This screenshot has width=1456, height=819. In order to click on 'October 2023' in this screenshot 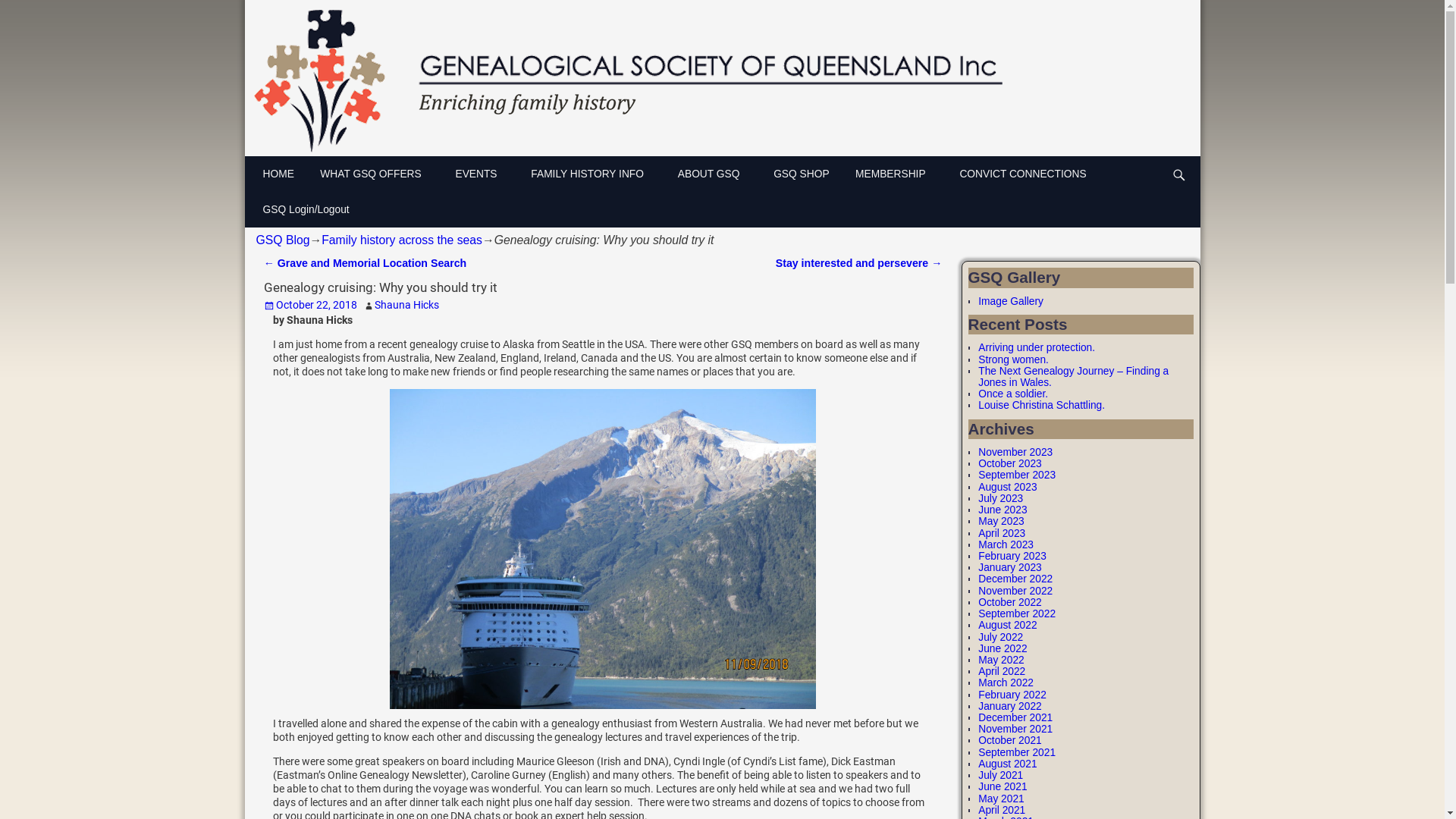, I will do `click(1009, 463)`.